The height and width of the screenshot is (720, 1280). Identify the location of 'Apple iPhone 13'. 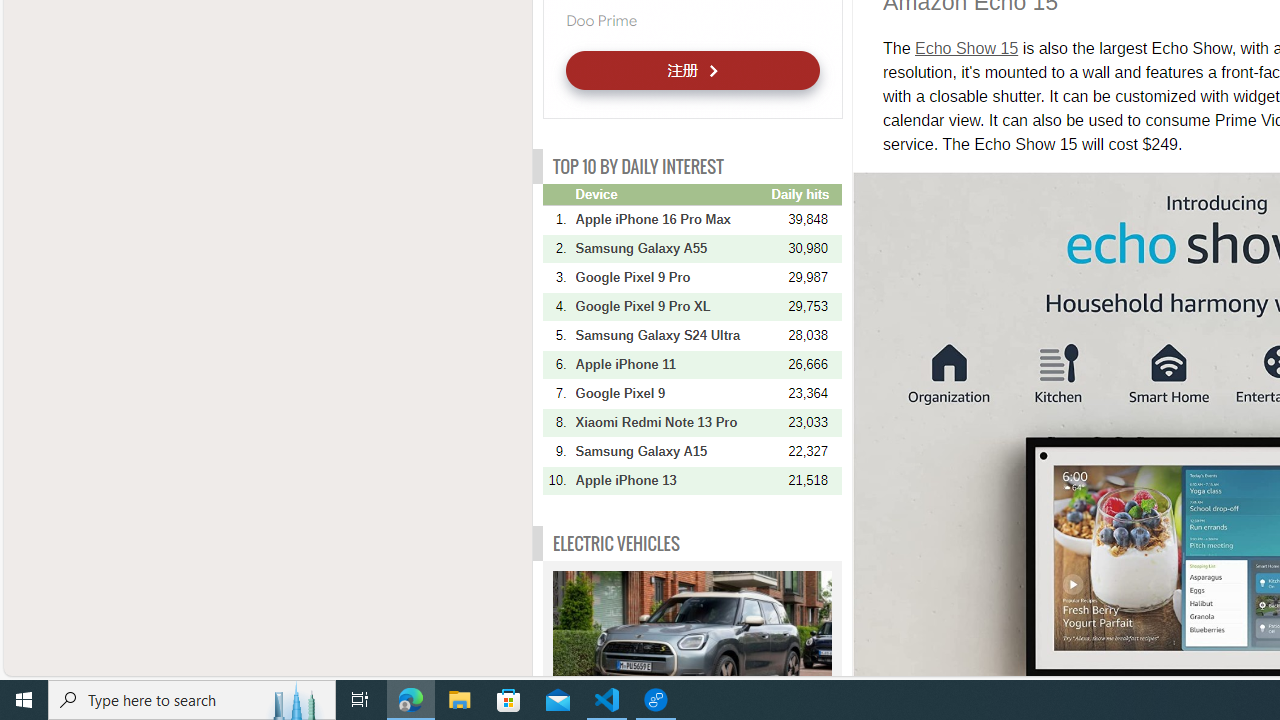
(671, 480).